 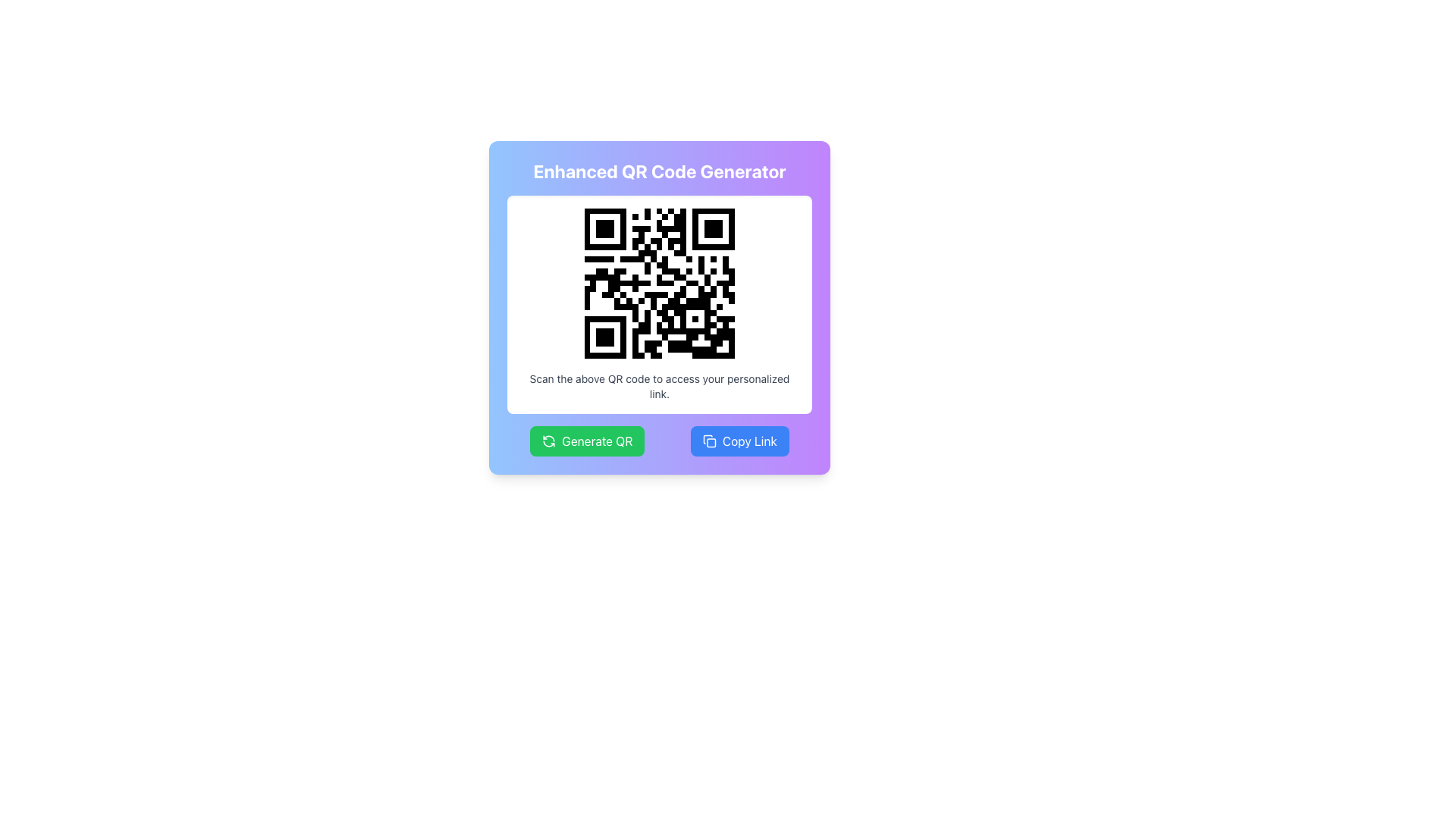 I want to click on text 'Scan the above QR code to access your personalized link.' displayed in a small, gray, center-aligned font below the QR code on the card, so click(x=659, y=385).